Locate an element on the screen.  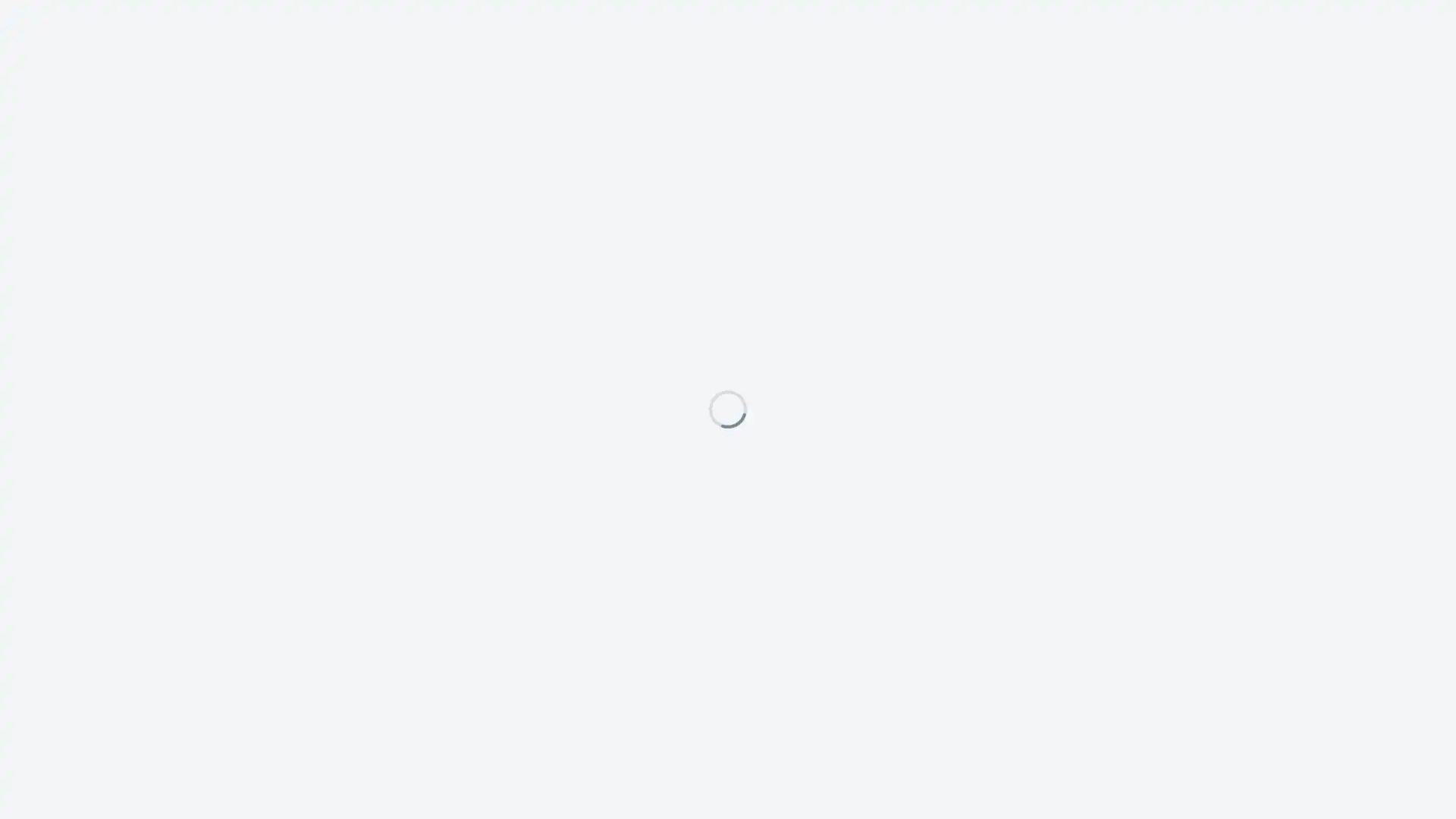
Forgot password? is located at coordinates (856, 516).